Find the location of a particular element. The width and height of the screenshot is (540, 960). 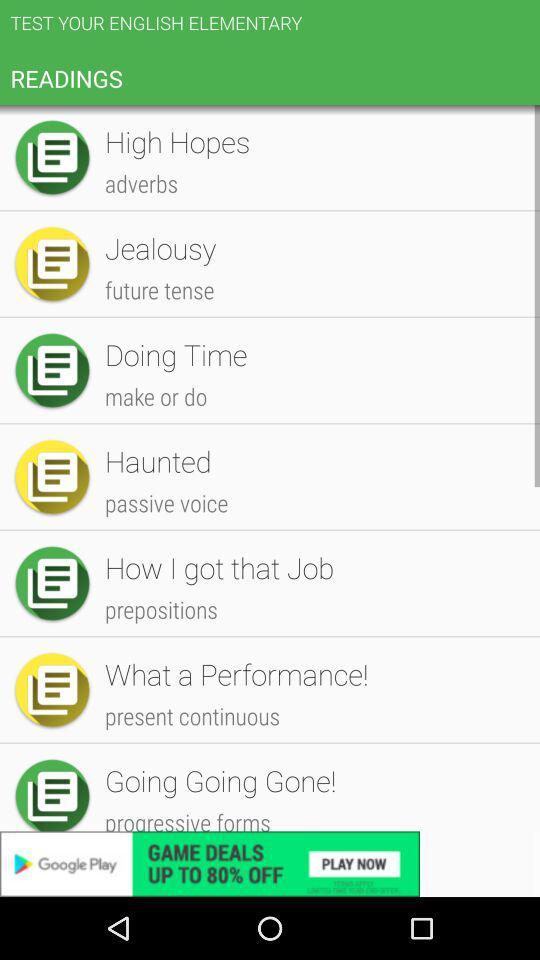

item below the hangman item is located at coordinates (312, 706).